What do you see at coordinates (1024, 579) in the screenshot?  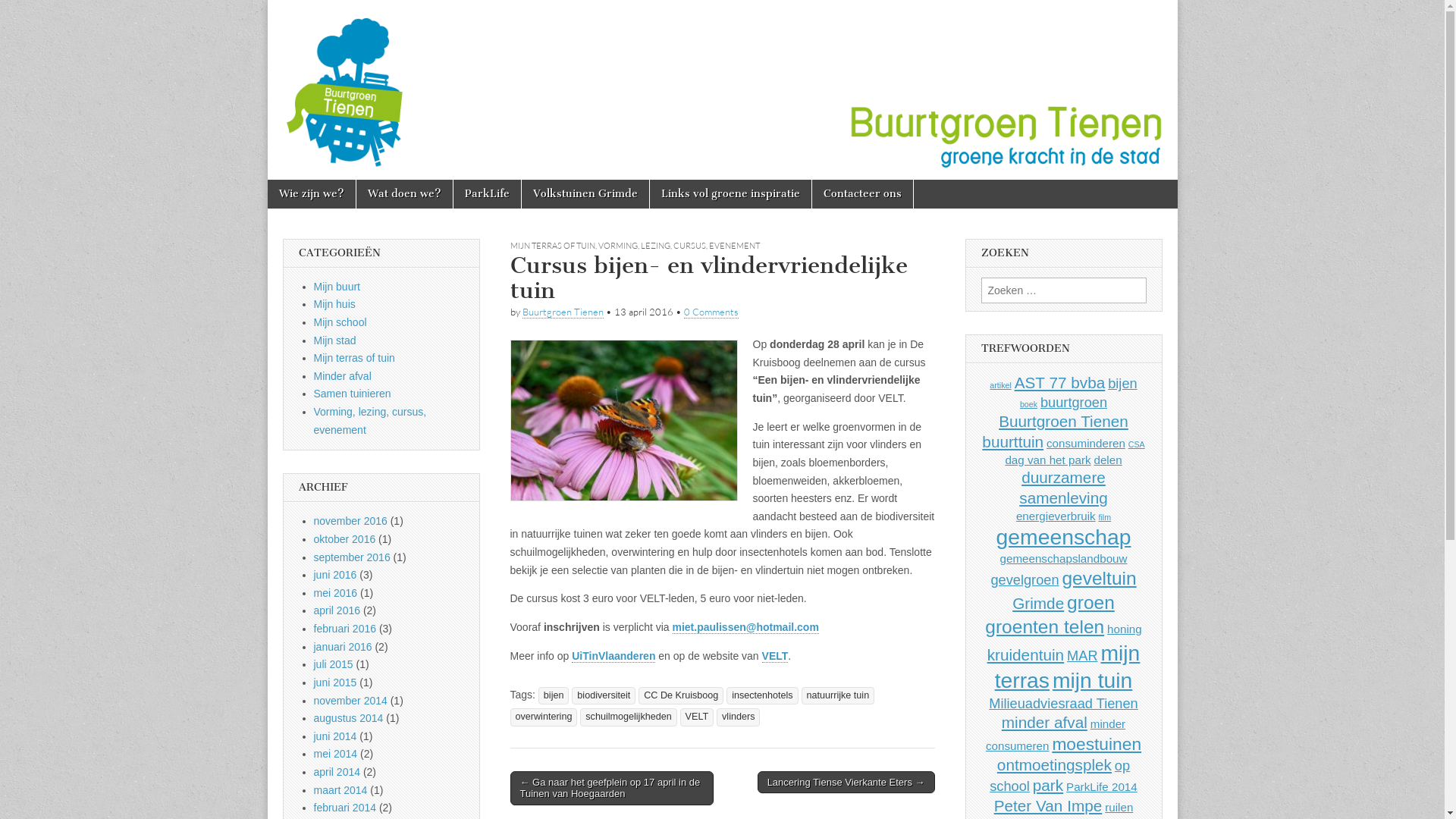 I see `'gevelgroen'` at bounding box center [1024, 579].